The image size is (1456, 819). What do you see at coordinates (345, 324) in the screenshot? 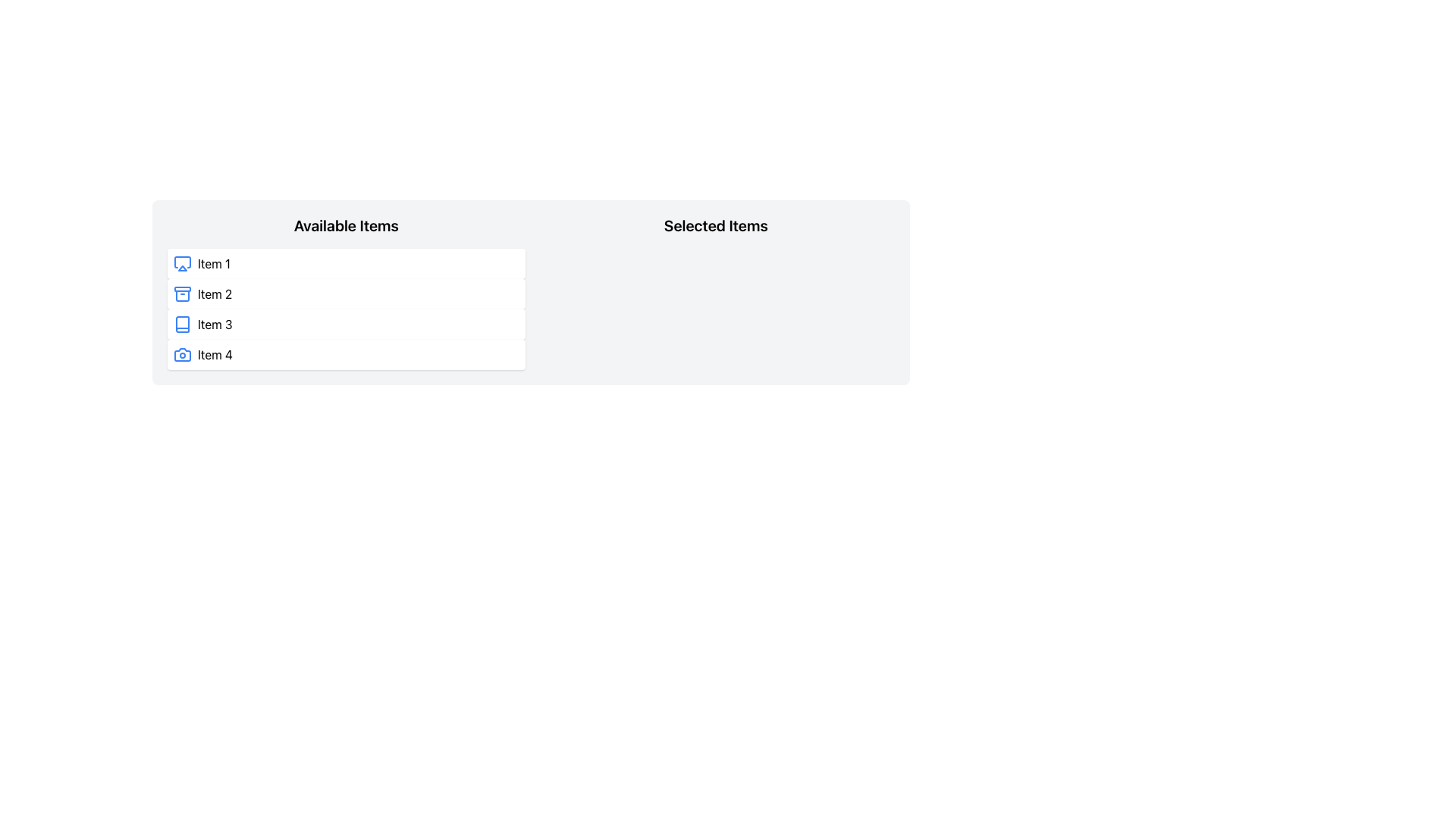
I see `the third item in the vertical list of selectable items within the 'Available Items' section` at bounding box center [345, 324].